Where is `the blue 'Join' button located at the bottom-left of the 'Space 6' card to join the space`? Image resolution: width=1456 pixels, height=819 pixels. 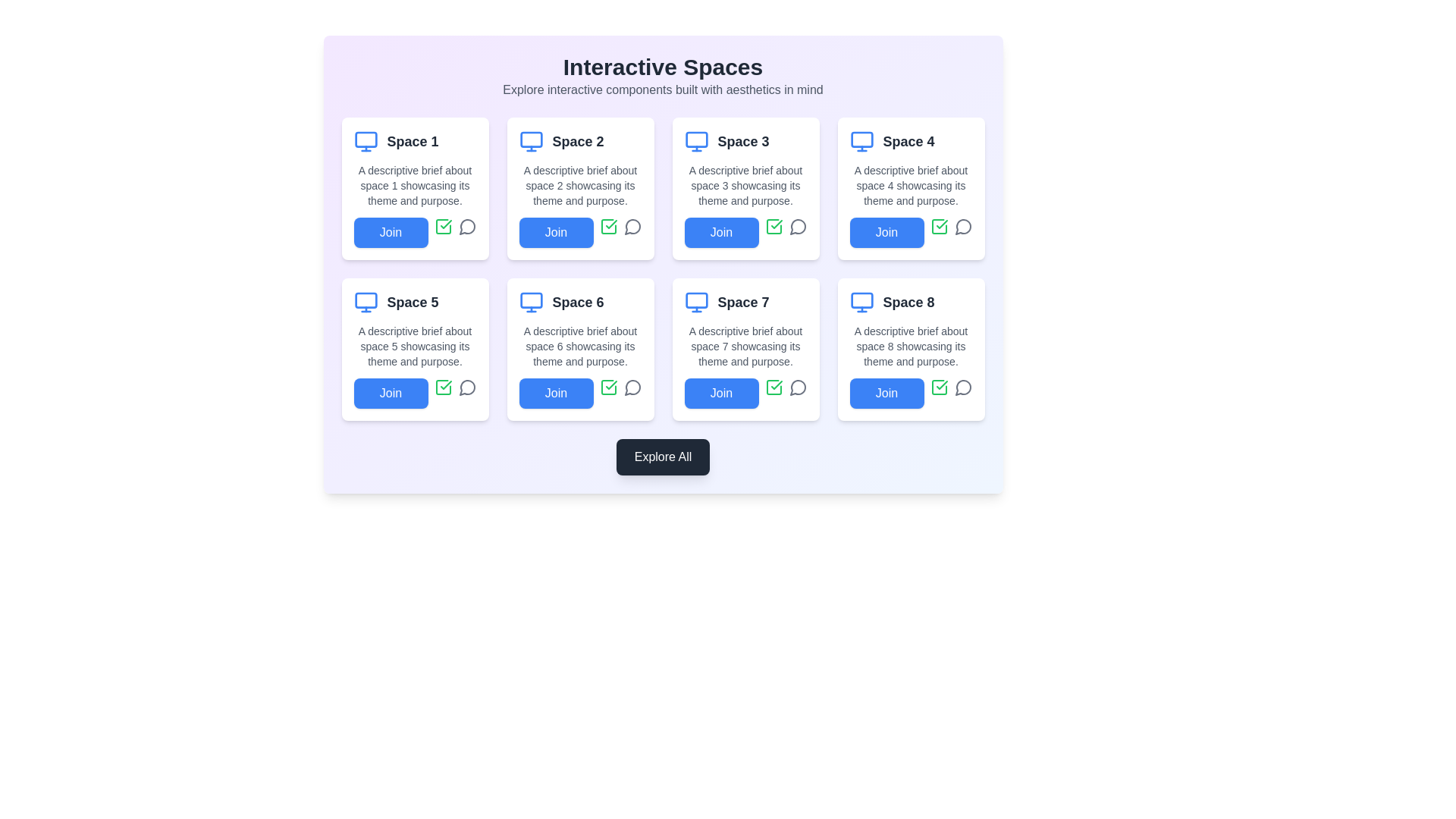 the blue 'Join' button located at the bottom-left of the 'Space 6' card to join the space is located at coordinates (579, 393).